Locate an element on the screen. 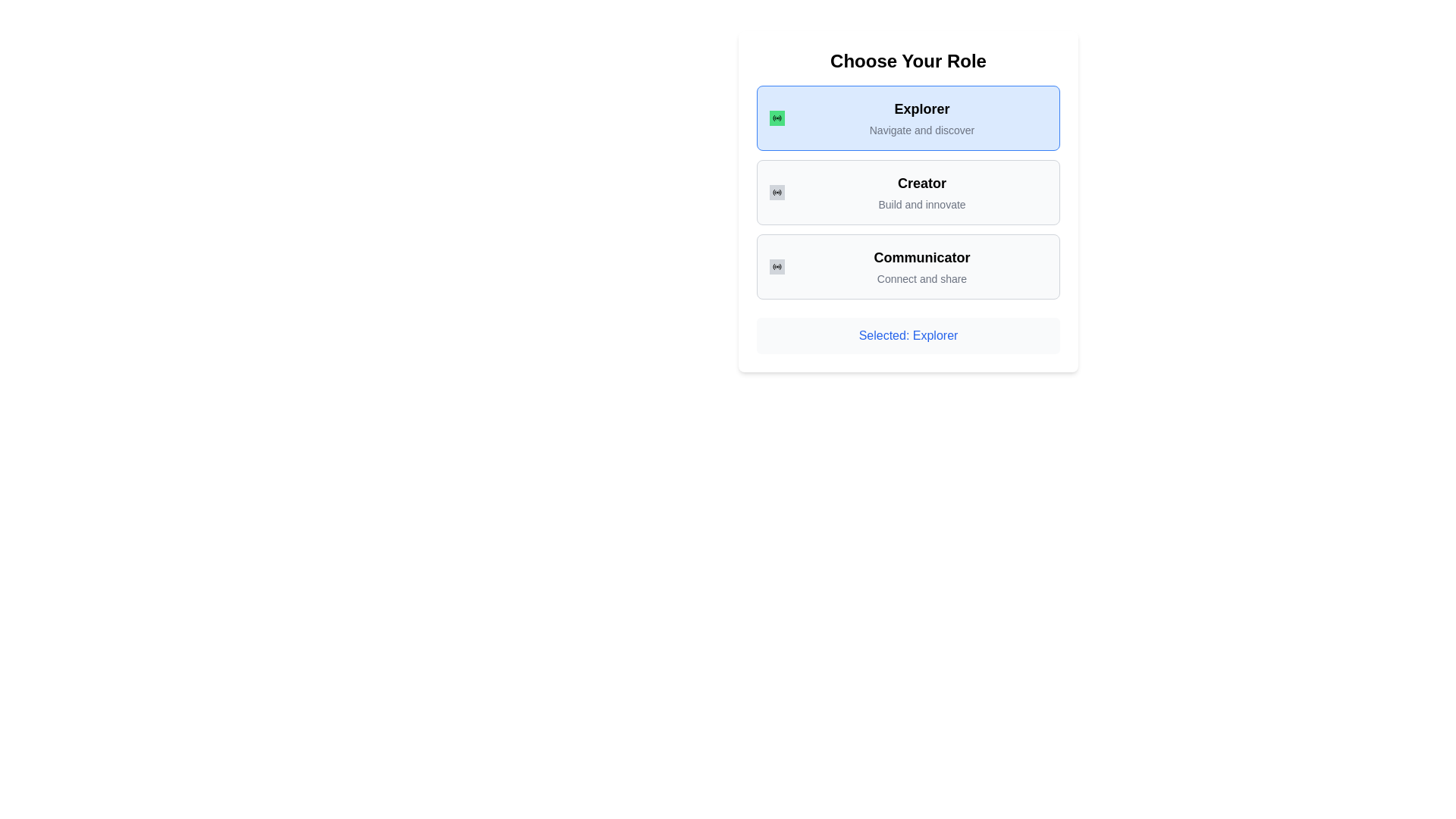 This screenshot has height=819, width=1456. the 'Creator' button, which is a rectangular component with a light gray background, bold text 'Creator', and an icon resembling radio waves on the left side is located at coordinates (908, 192).